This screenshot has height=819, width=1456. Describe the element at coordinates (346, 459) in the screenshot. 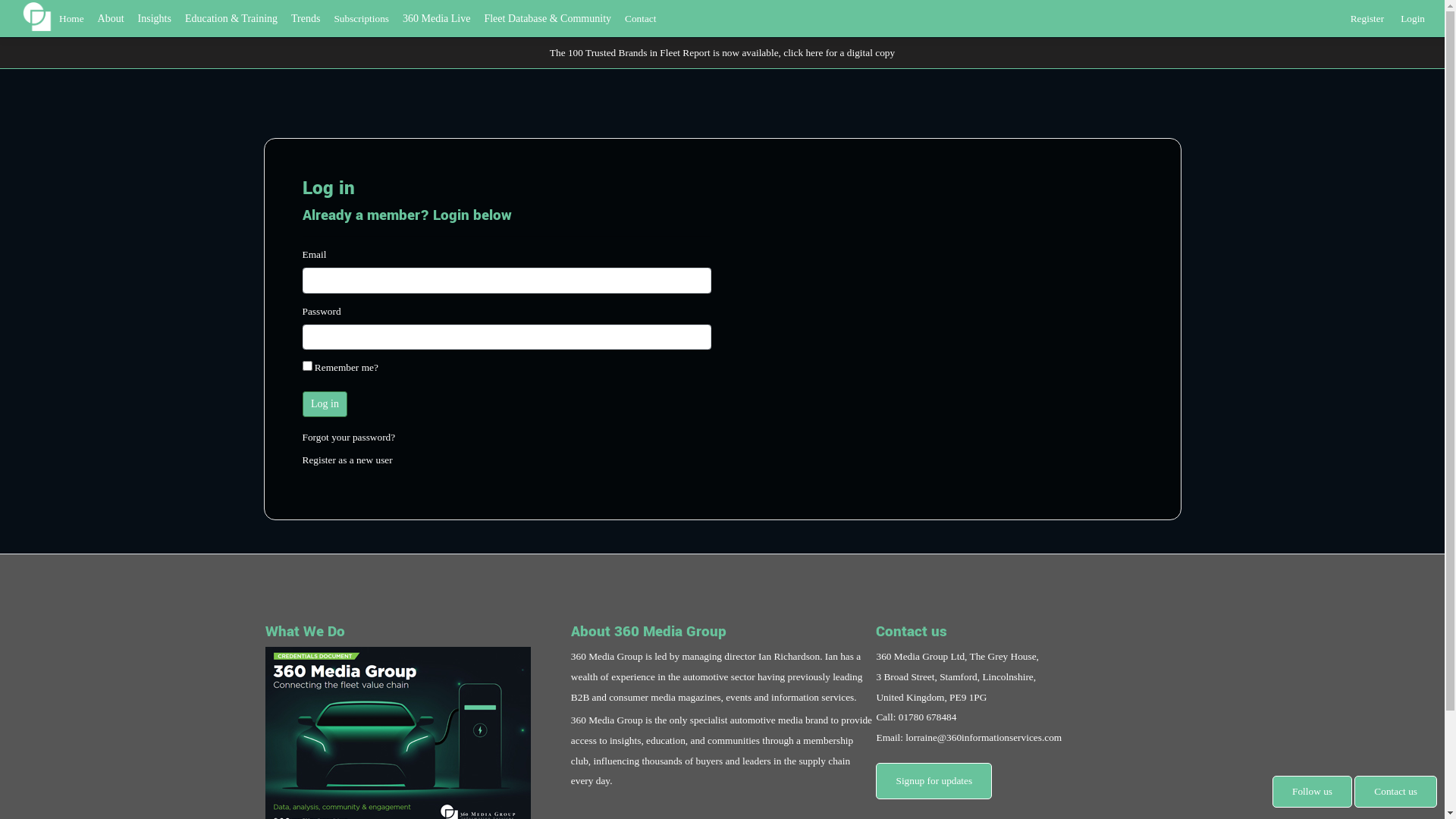

I see `'Register as a new user'` at that location.